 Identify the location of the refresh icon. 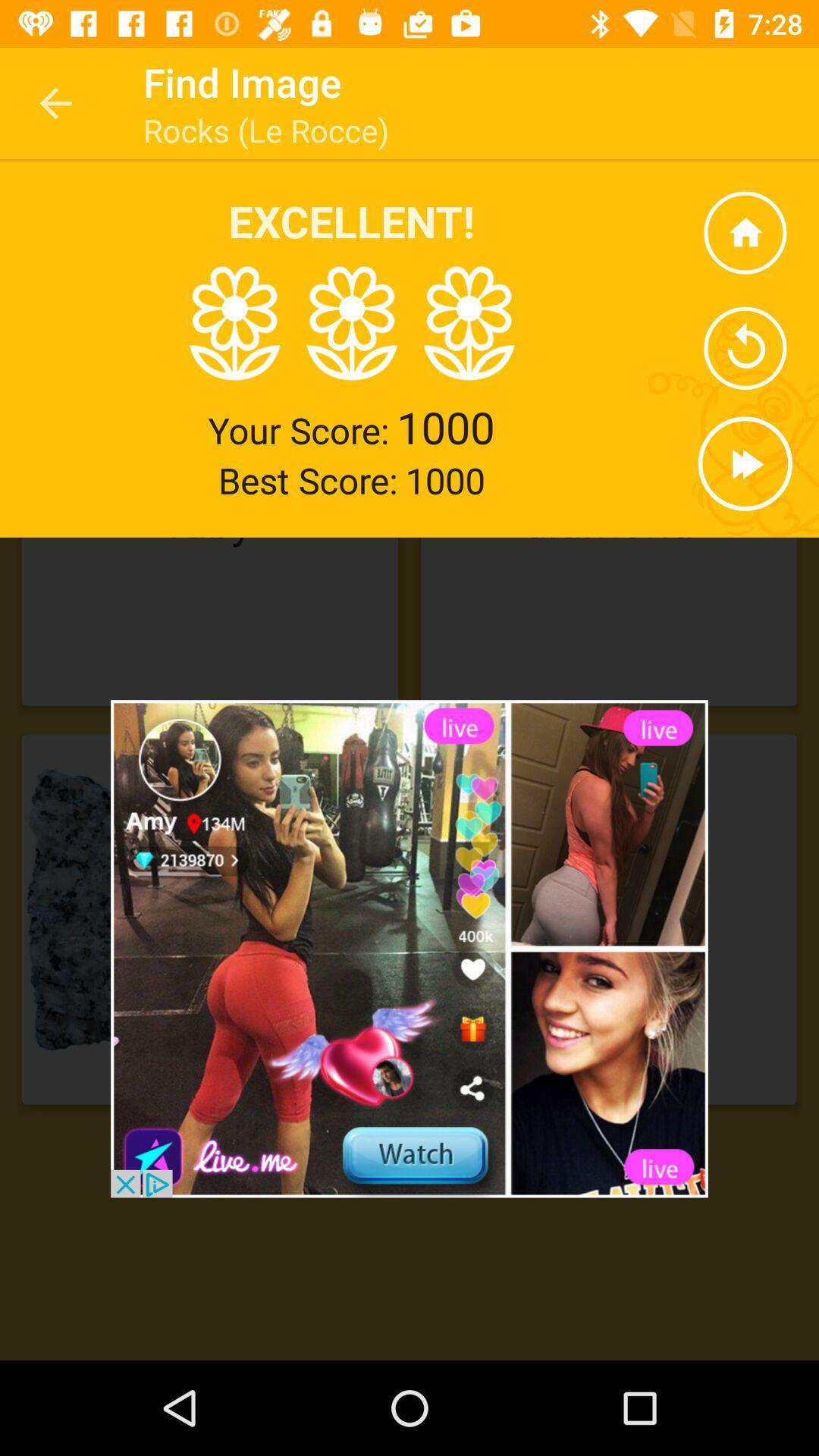
(744, 347).